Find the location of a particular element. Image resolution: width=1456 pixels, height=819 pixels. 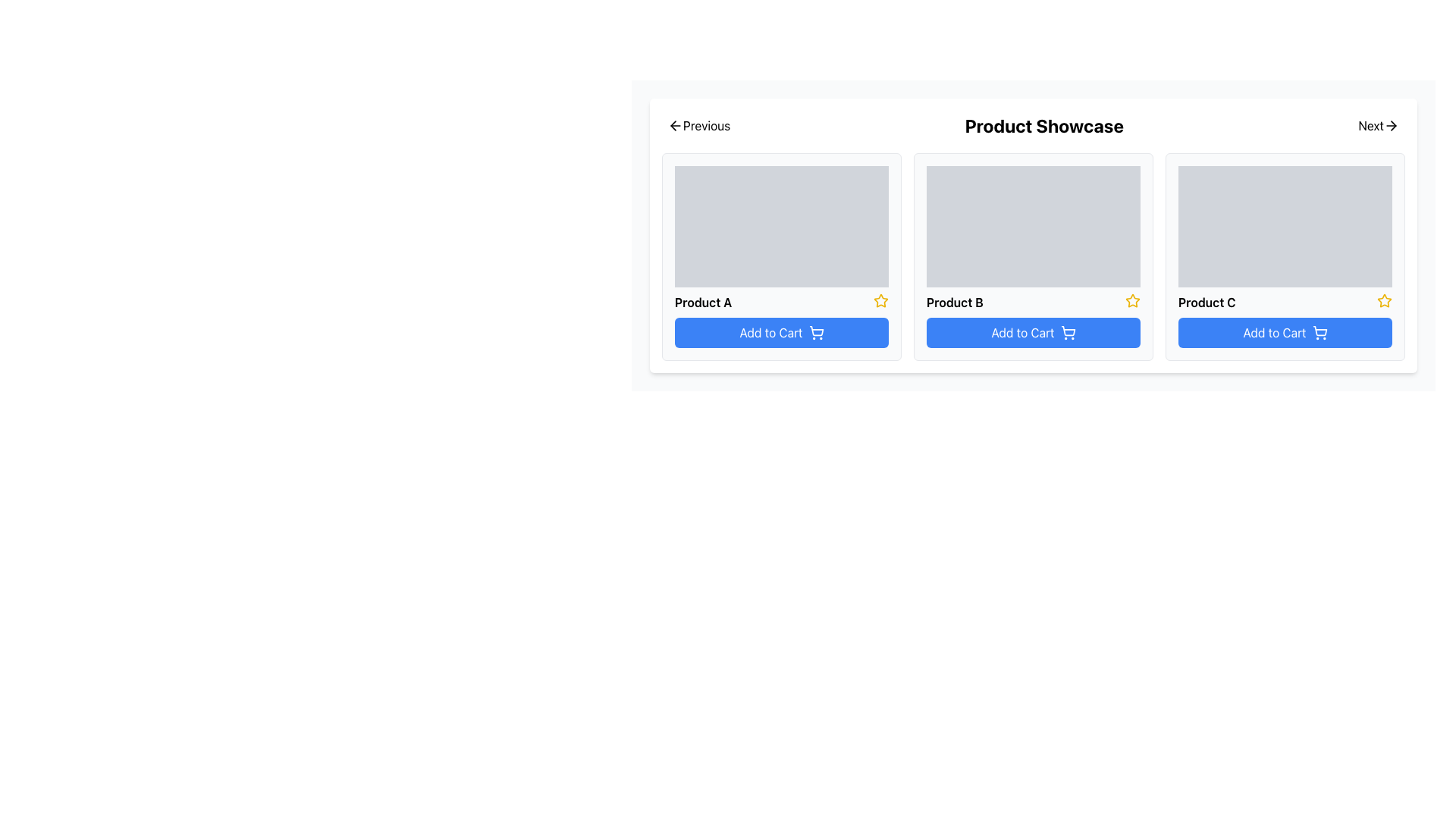

the button located at the bottom of the card for 'Product A' is located at coordinates (782, 332).